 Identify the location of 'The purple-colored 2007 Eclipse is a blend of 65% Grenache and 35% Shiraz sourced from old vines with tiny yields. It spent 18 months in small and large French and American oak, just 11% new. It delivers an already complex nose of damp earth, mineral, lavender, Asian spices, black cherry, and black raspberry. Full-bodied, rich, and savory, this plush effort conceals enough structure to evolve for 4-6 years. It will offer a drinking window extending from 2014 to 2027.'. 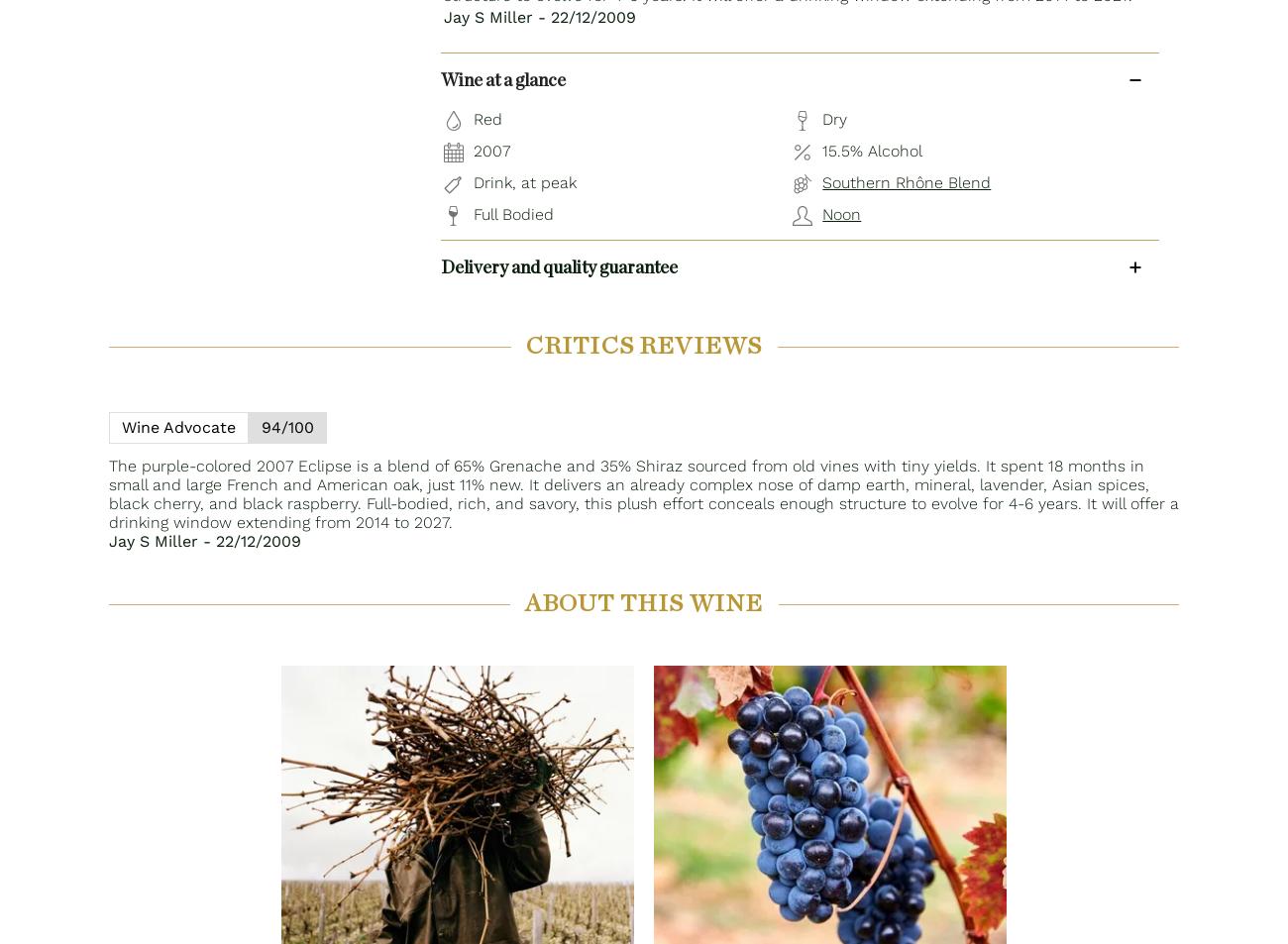
(644, 493).